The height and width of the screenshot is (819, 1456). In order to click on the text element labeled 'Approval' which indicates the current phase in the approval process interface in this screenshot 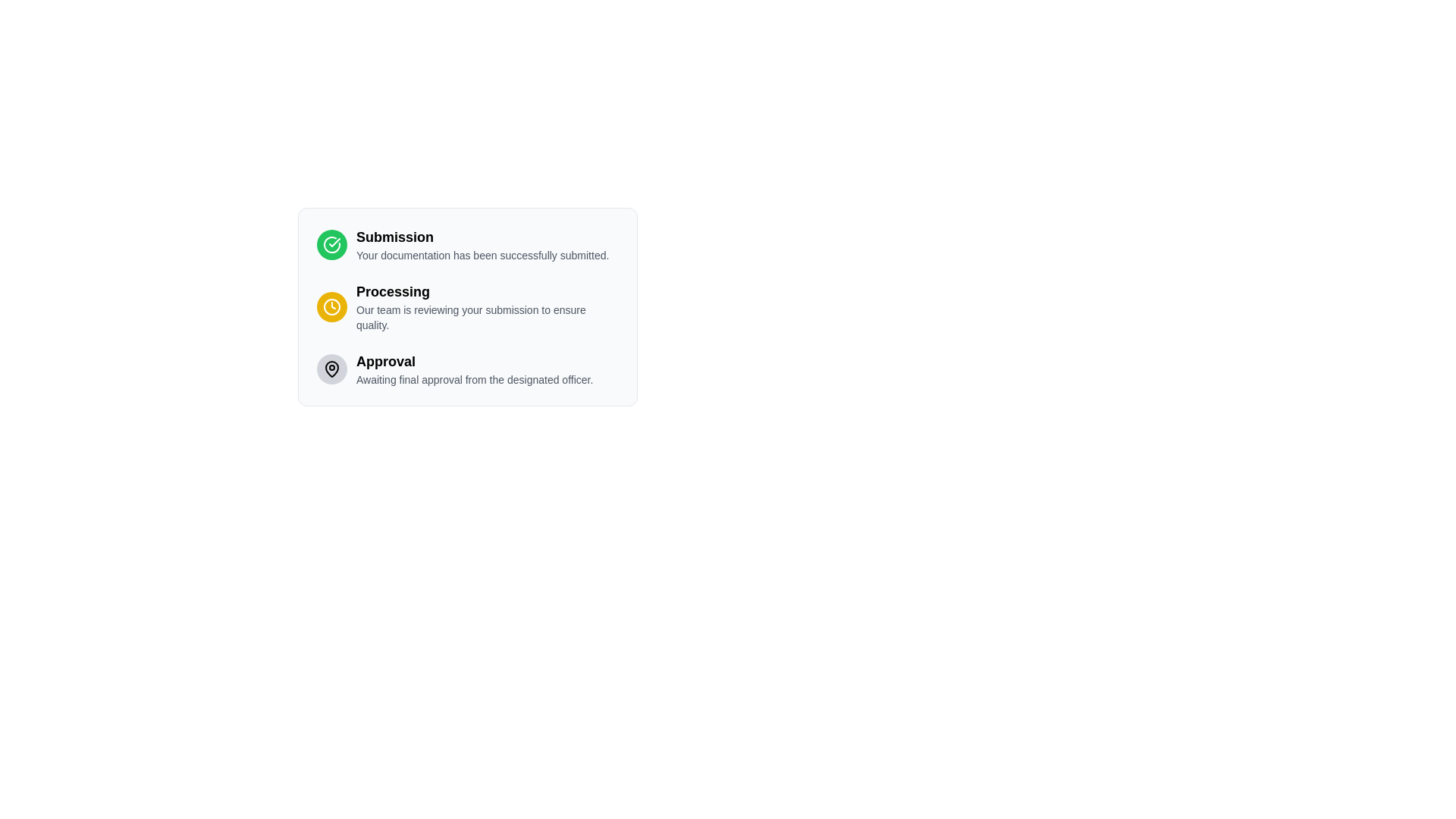, I will do `click(474, 362)`.